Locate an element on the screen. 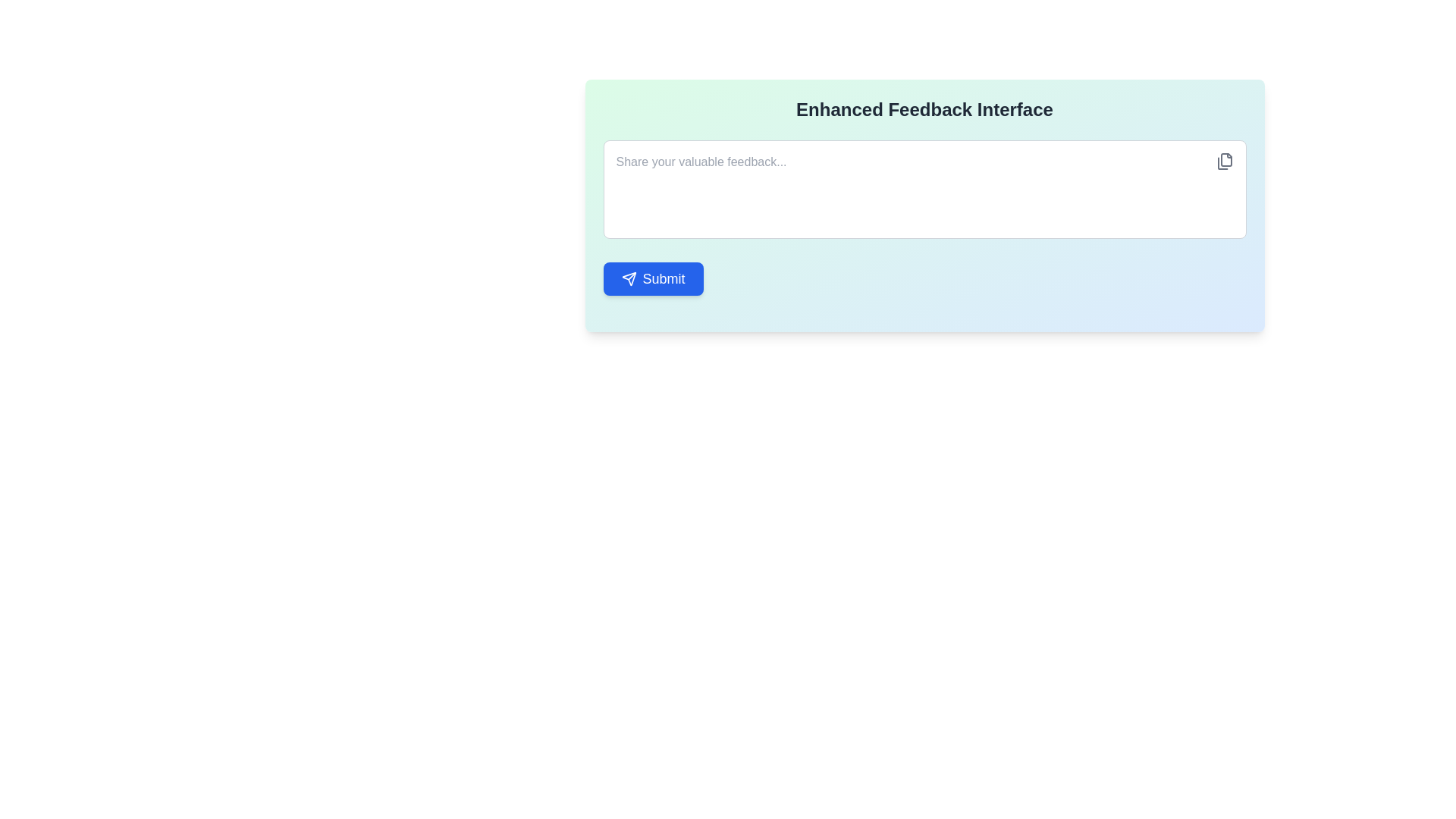 Image resolution: width=1456 pixels, height=819 pixels. the icon inside the blue 'Submit' button located in the bottom-left section of the dialog box is located at coordinates (629, 278).